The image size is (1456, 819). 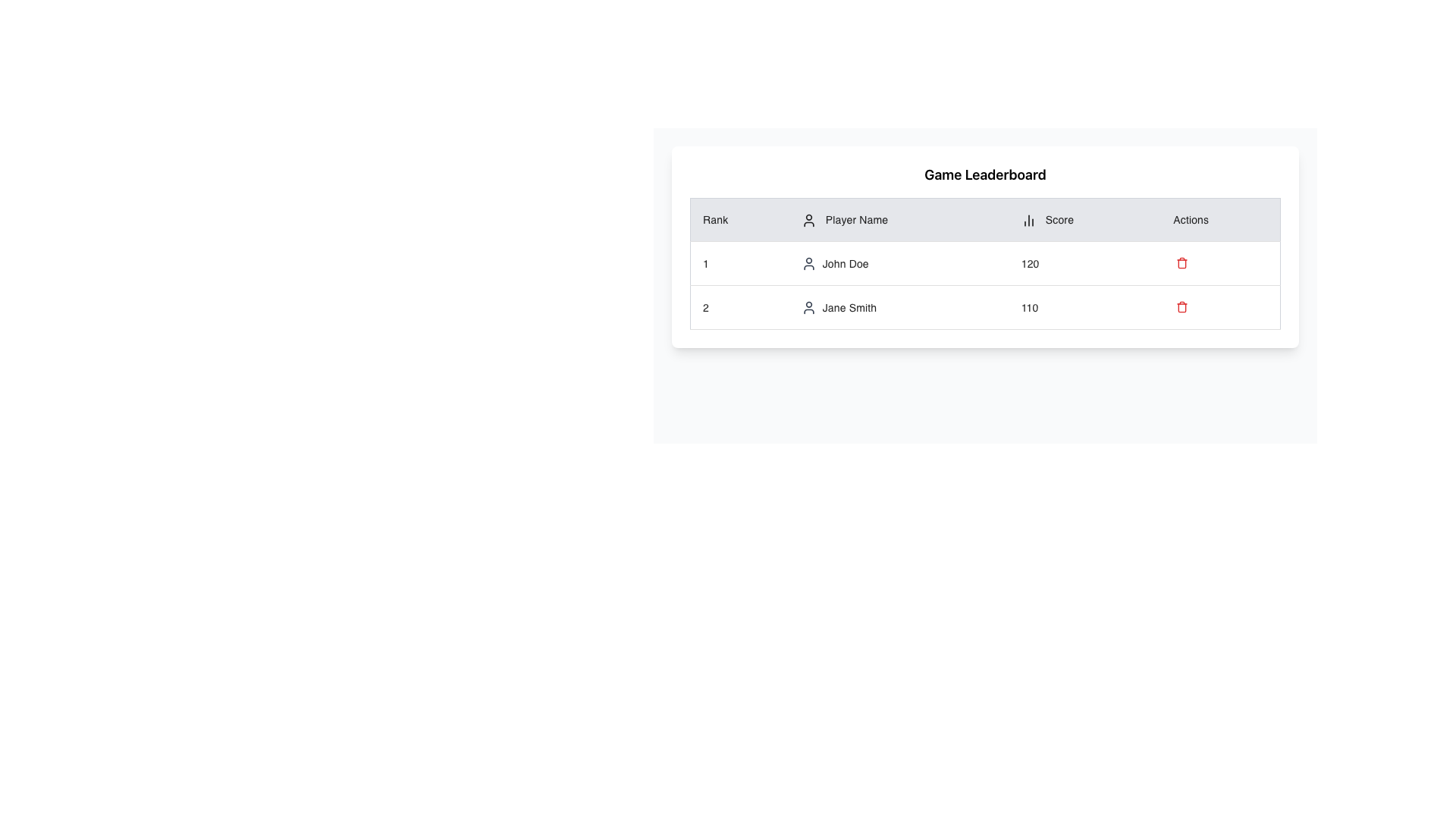 I want to click on the content of the table cell containing the text '1', located in the first cell of the first row under the 'Rank' column of the leaderboard table, so click(x=739, y=262).